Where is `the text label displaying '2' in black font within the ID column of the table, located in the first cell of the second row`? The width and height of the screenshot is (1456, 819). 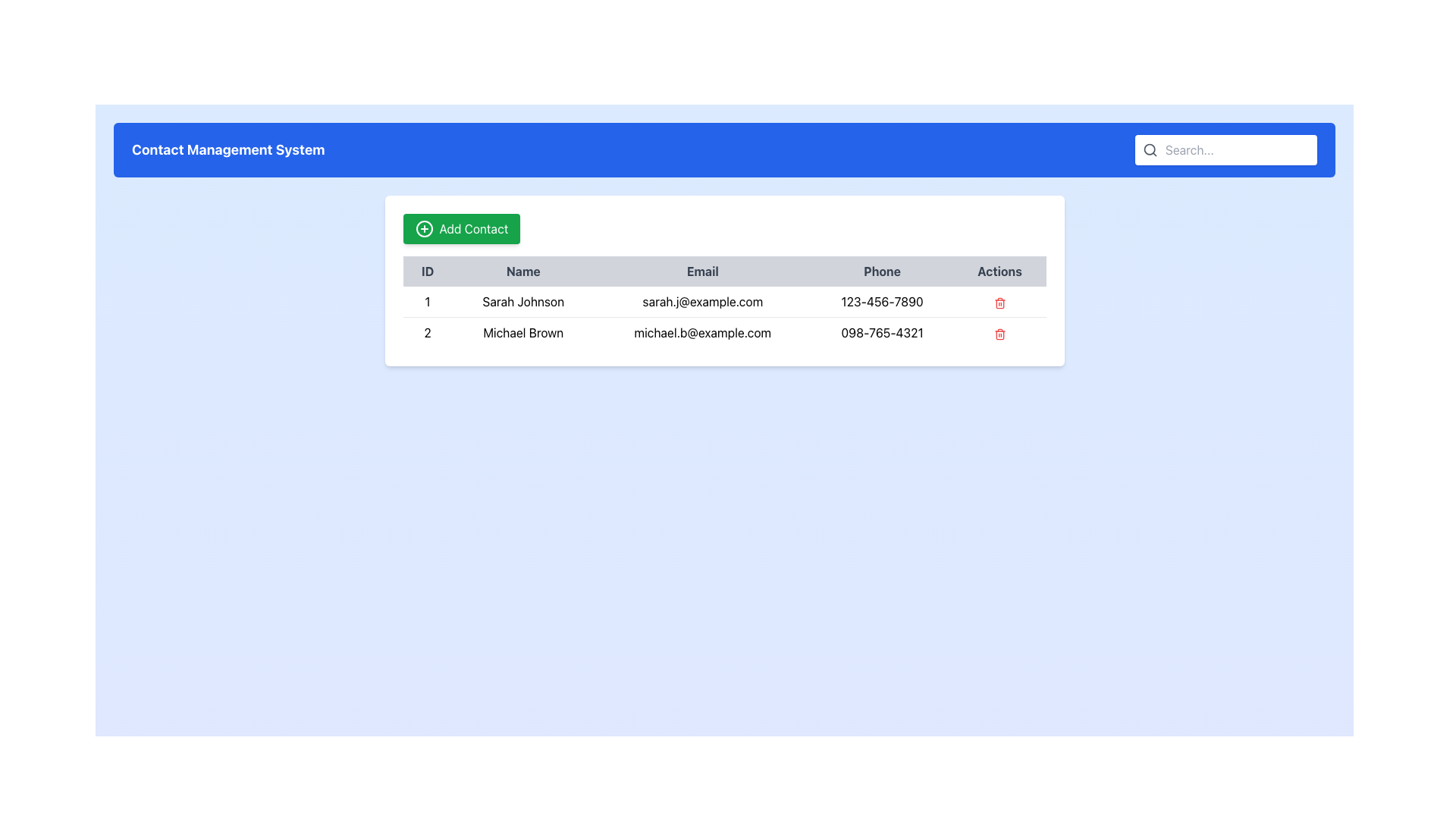 the text label displaying '2' in black font within the ID column of the table, located in the first cell of the second row is located at coordinates (427, 331).